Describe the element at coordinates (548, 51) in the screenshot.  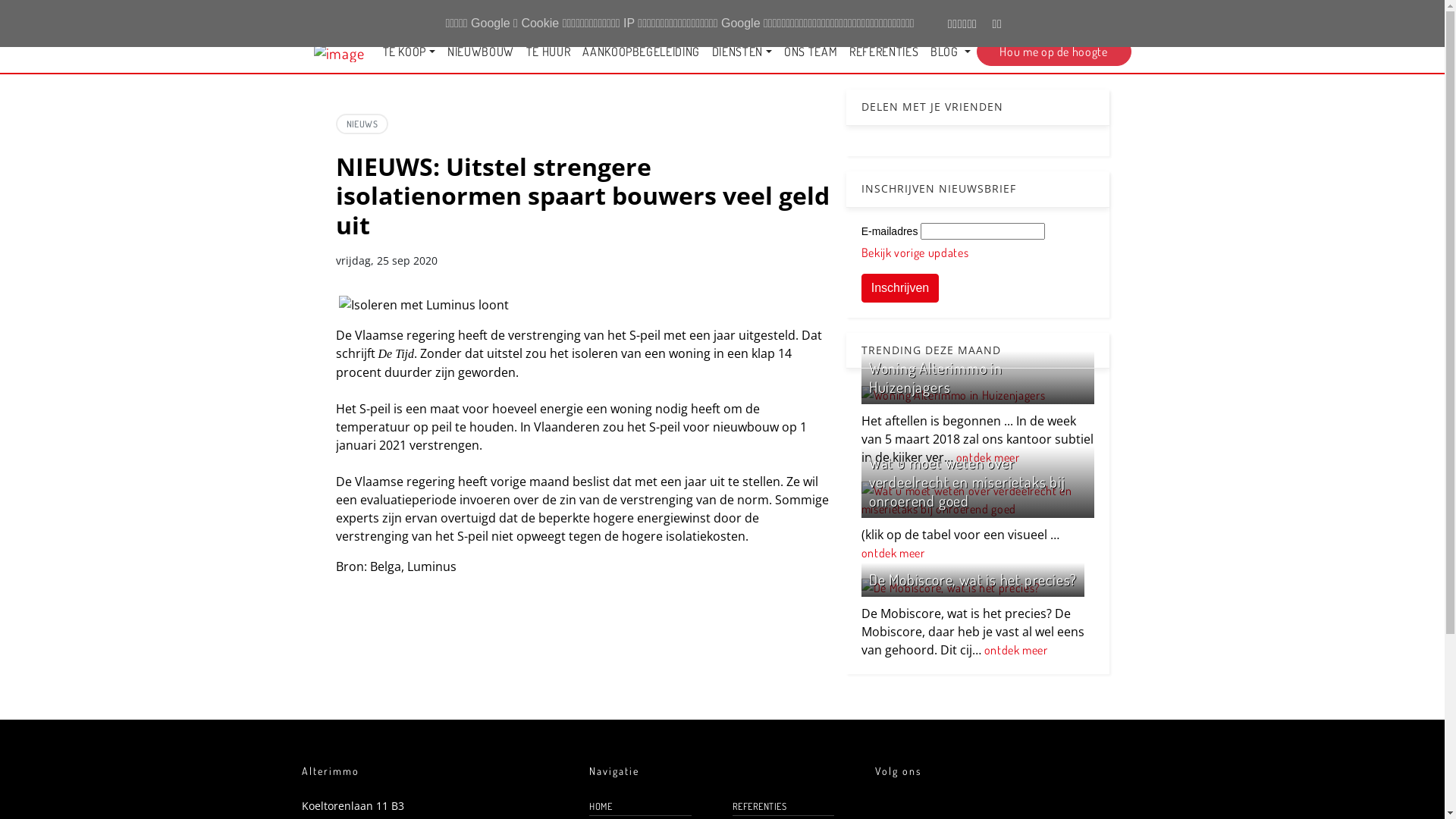
I see `'TE HUUR'` at that location.